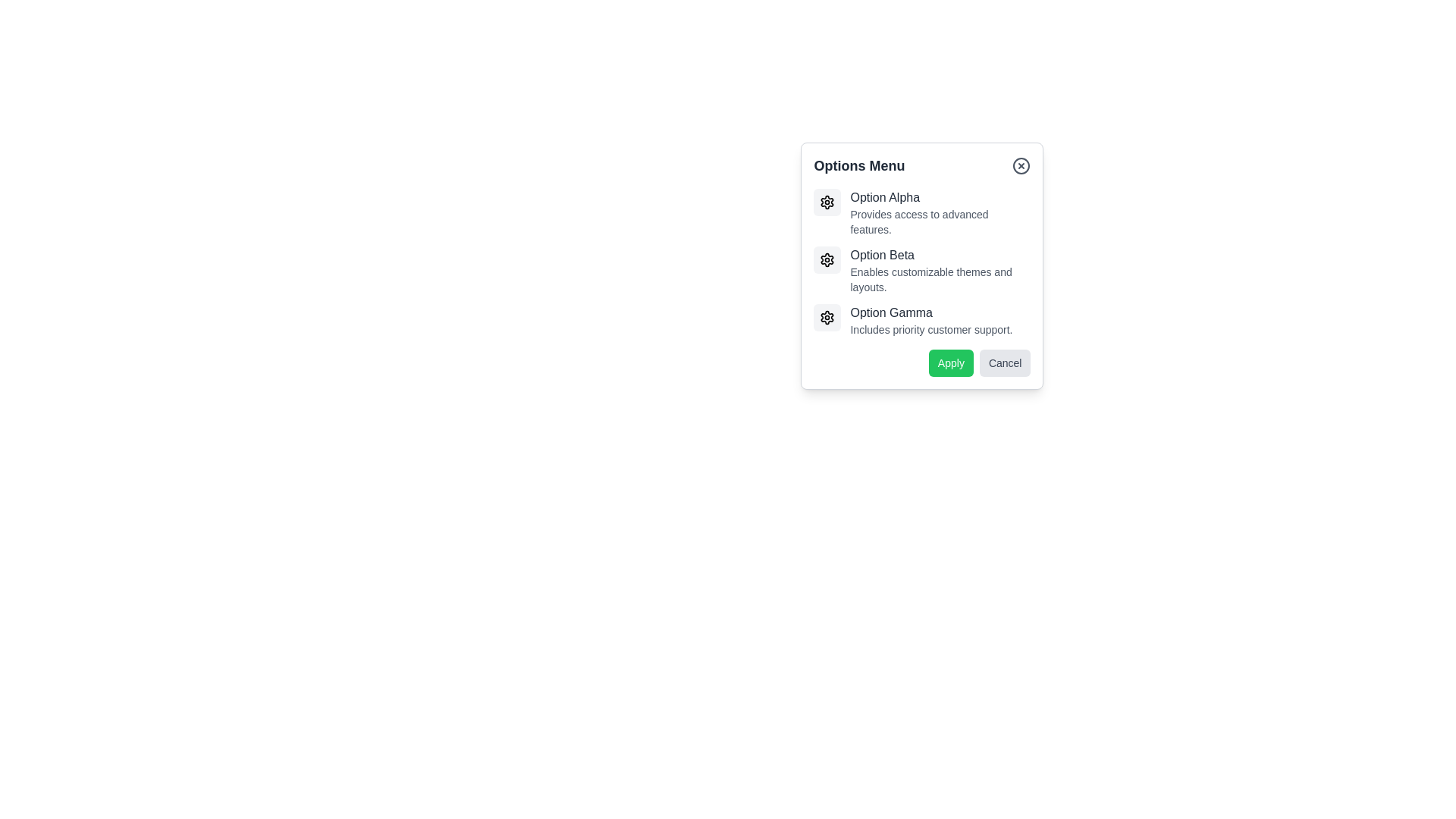 The image size is (1456, 819). Describe the element at coordinates (827, 317) in the screenshot. I see `the graphical representation of the Settings icon located in the top-left corner of the 'Option Gamma' entry in the 'Options Menu'` at that location.